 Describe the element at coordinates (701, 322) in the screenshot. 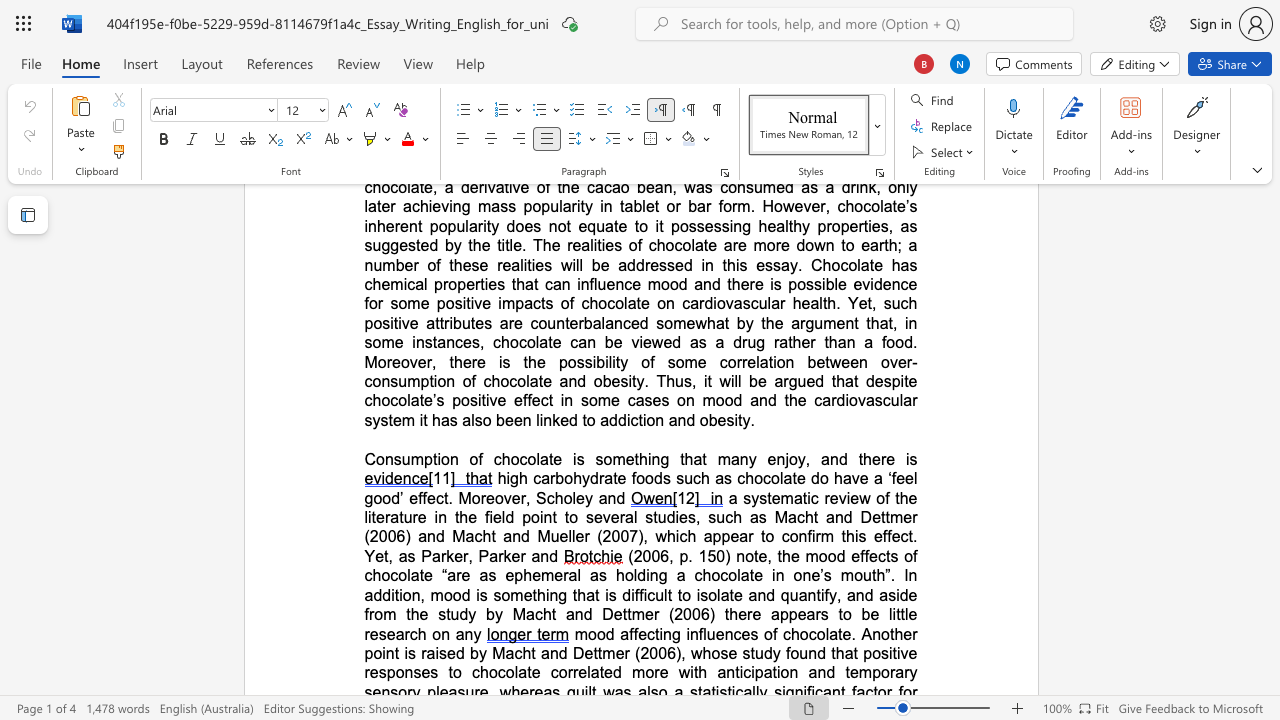

I see `the 1th character "w" in the text` at that location.